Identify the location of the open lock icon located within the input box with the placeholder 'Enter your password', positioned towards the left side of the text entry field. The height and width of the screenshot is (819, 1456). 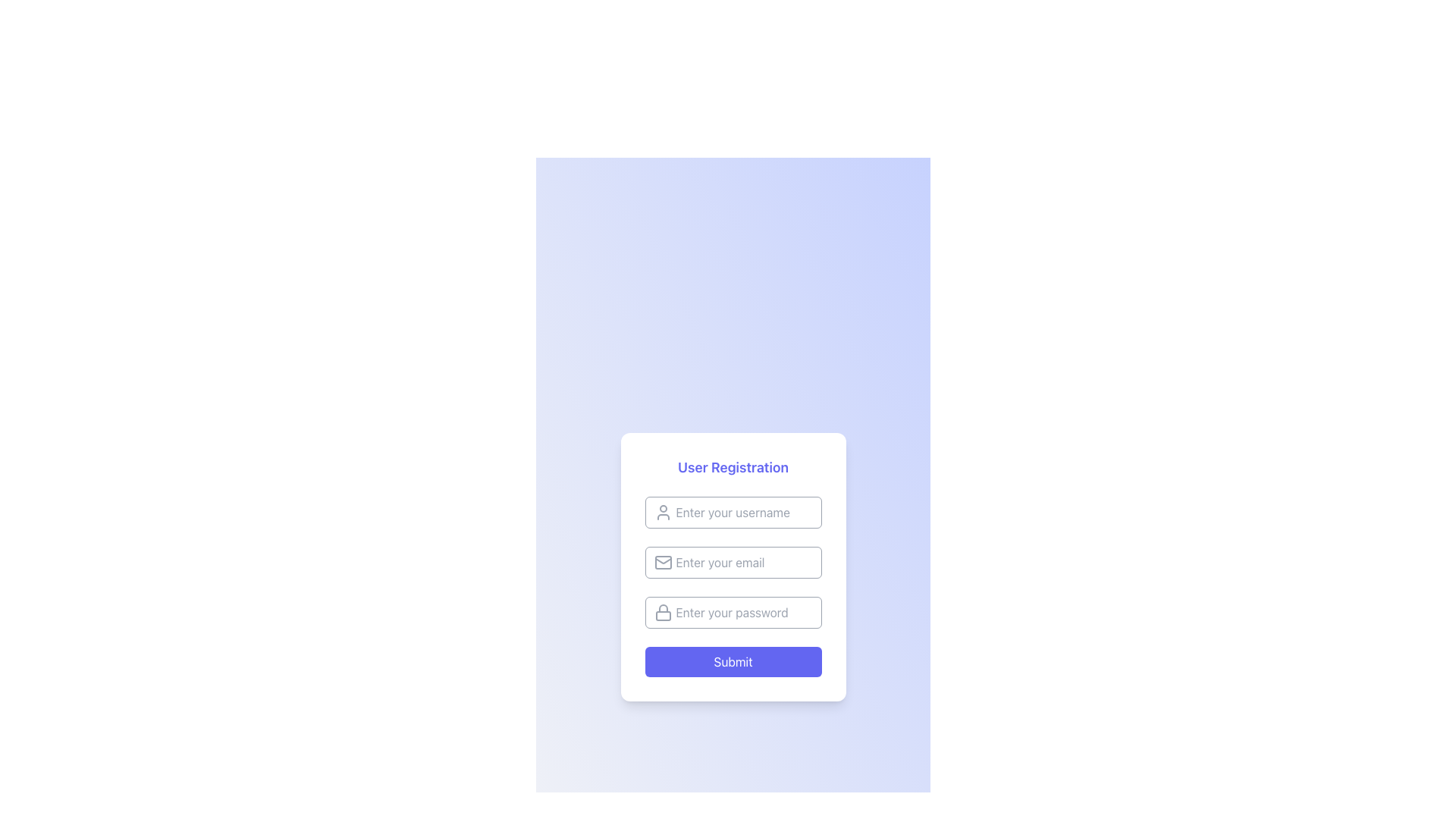
(663, 607).